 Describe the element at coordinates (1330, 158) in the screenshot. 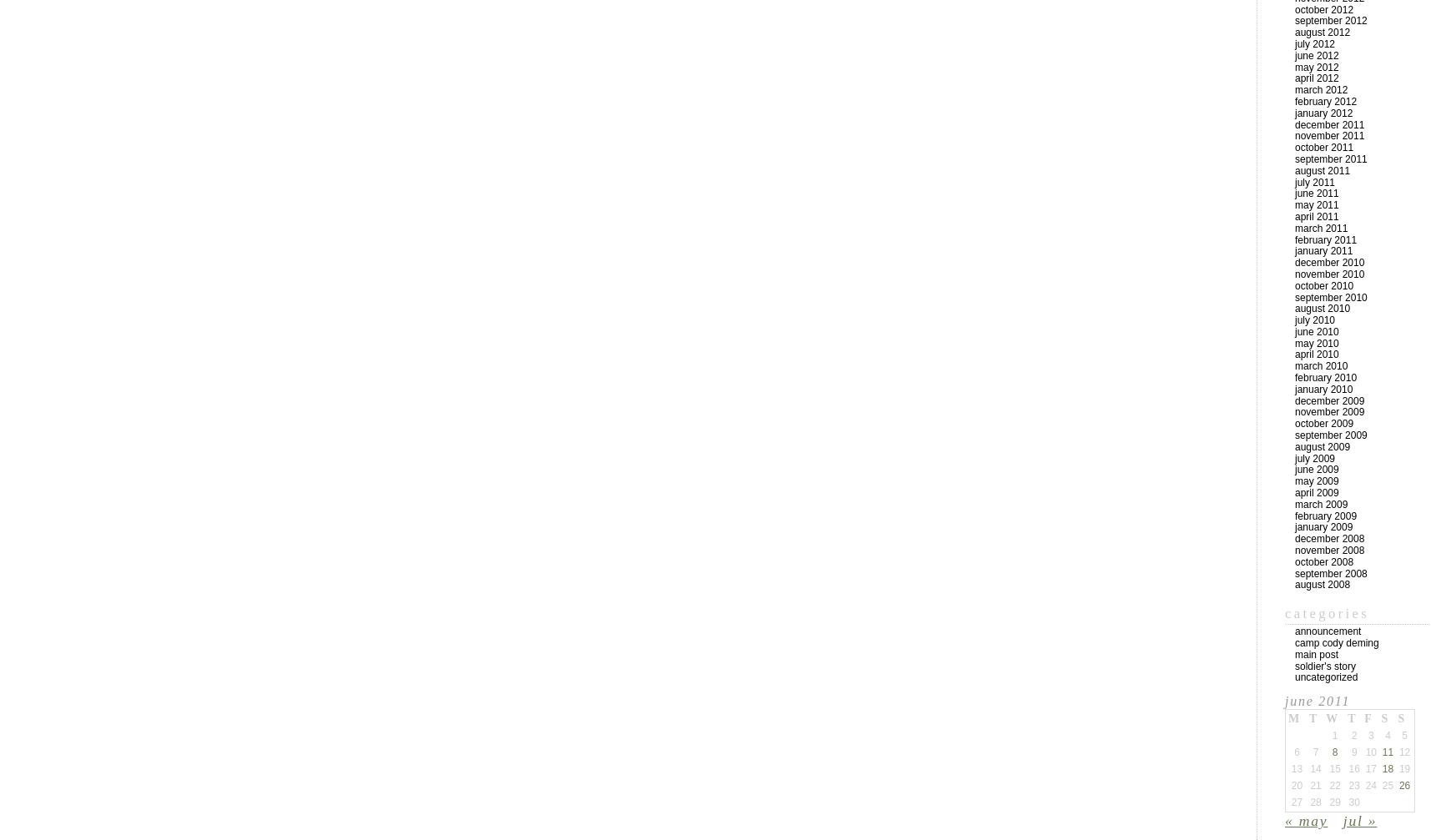

I see `'September 2011'` at that location.